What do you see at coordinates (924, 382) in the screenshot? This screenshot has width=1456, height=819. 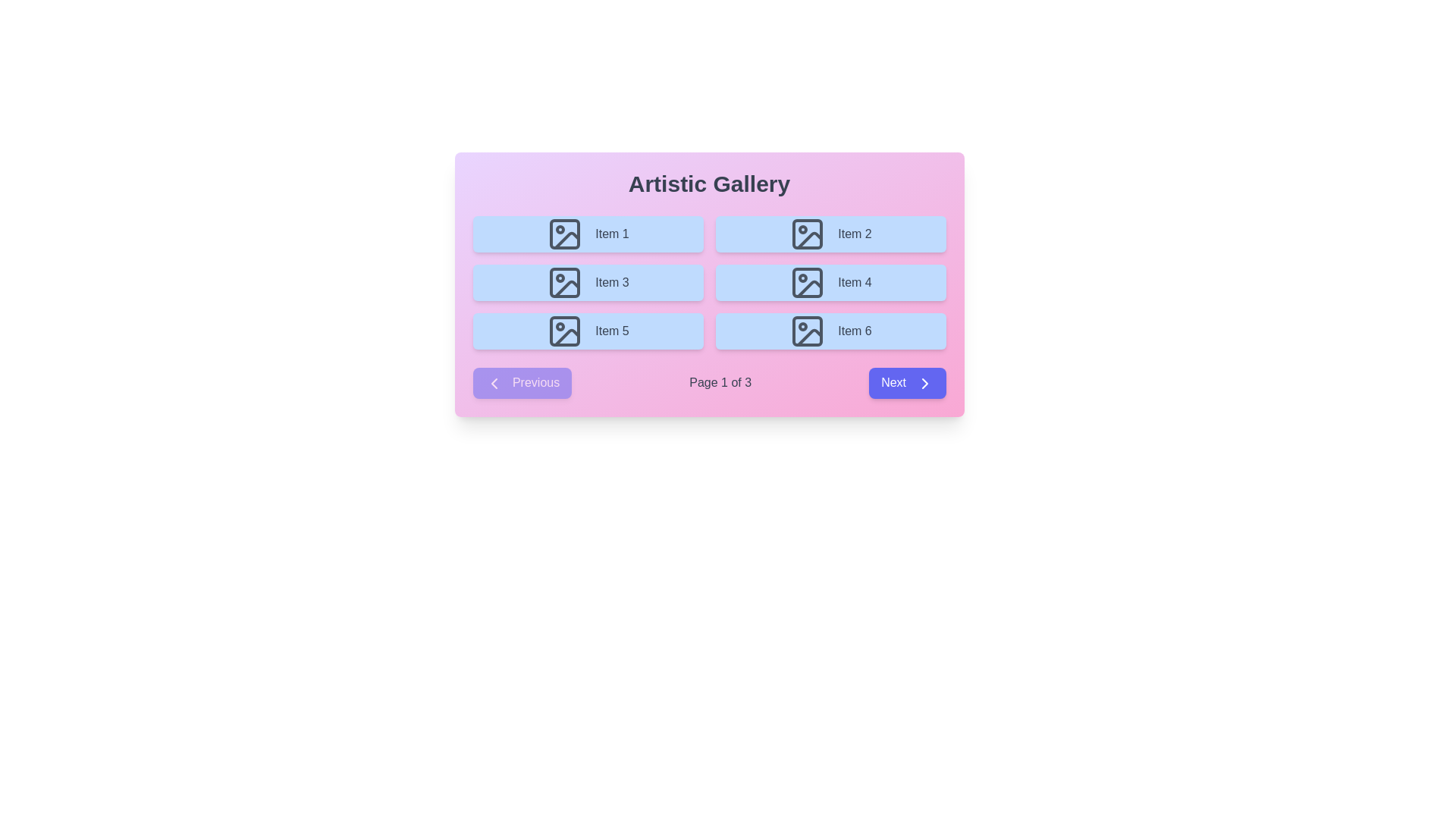 I see `the right-pointing arrow icon located inside the 'Next' button at the bottom right of the interface` at bounding box center [924, 382].